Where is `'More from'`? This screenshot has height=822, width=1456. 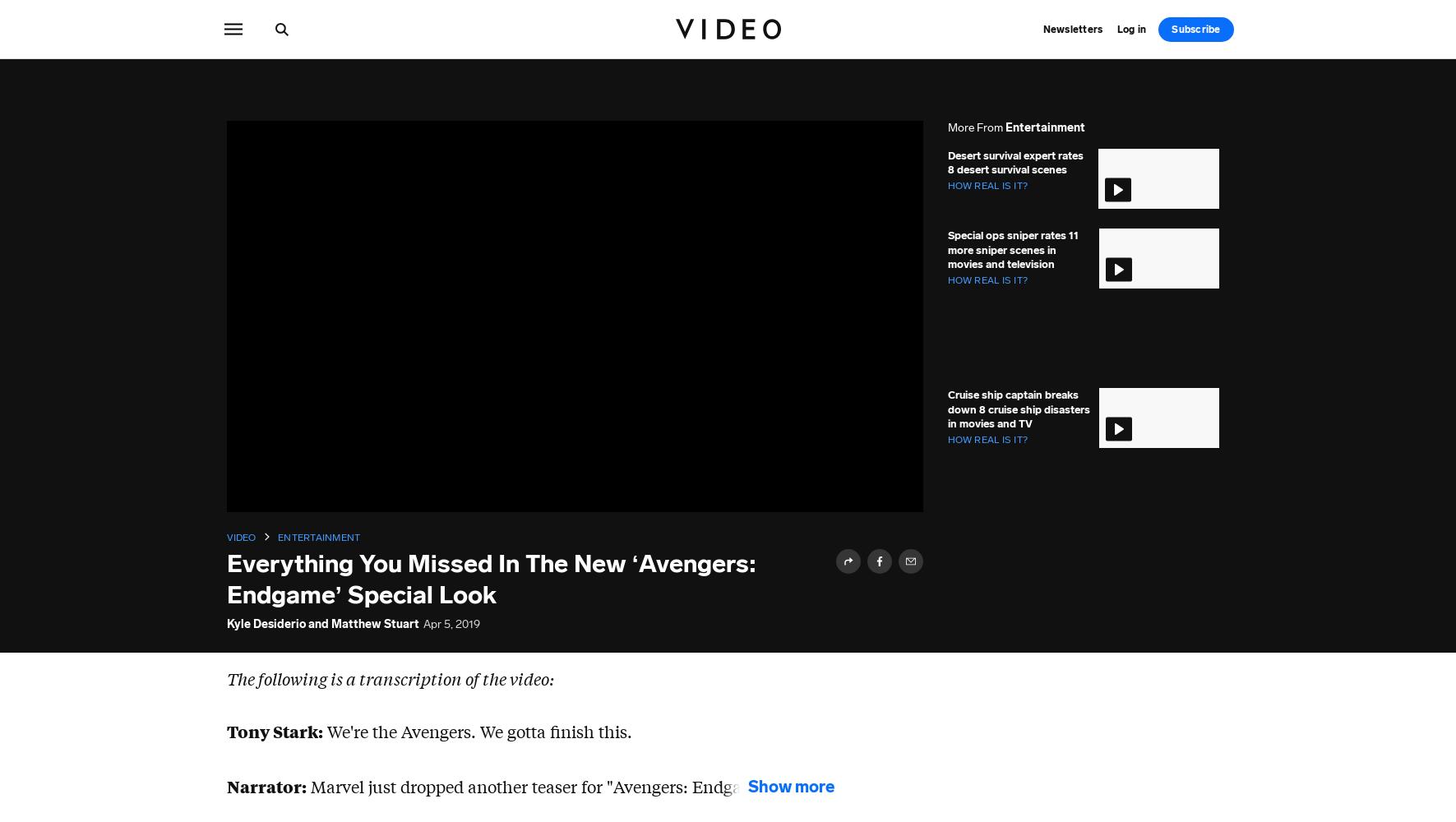
'More from' is located at coordinates (975, 127).